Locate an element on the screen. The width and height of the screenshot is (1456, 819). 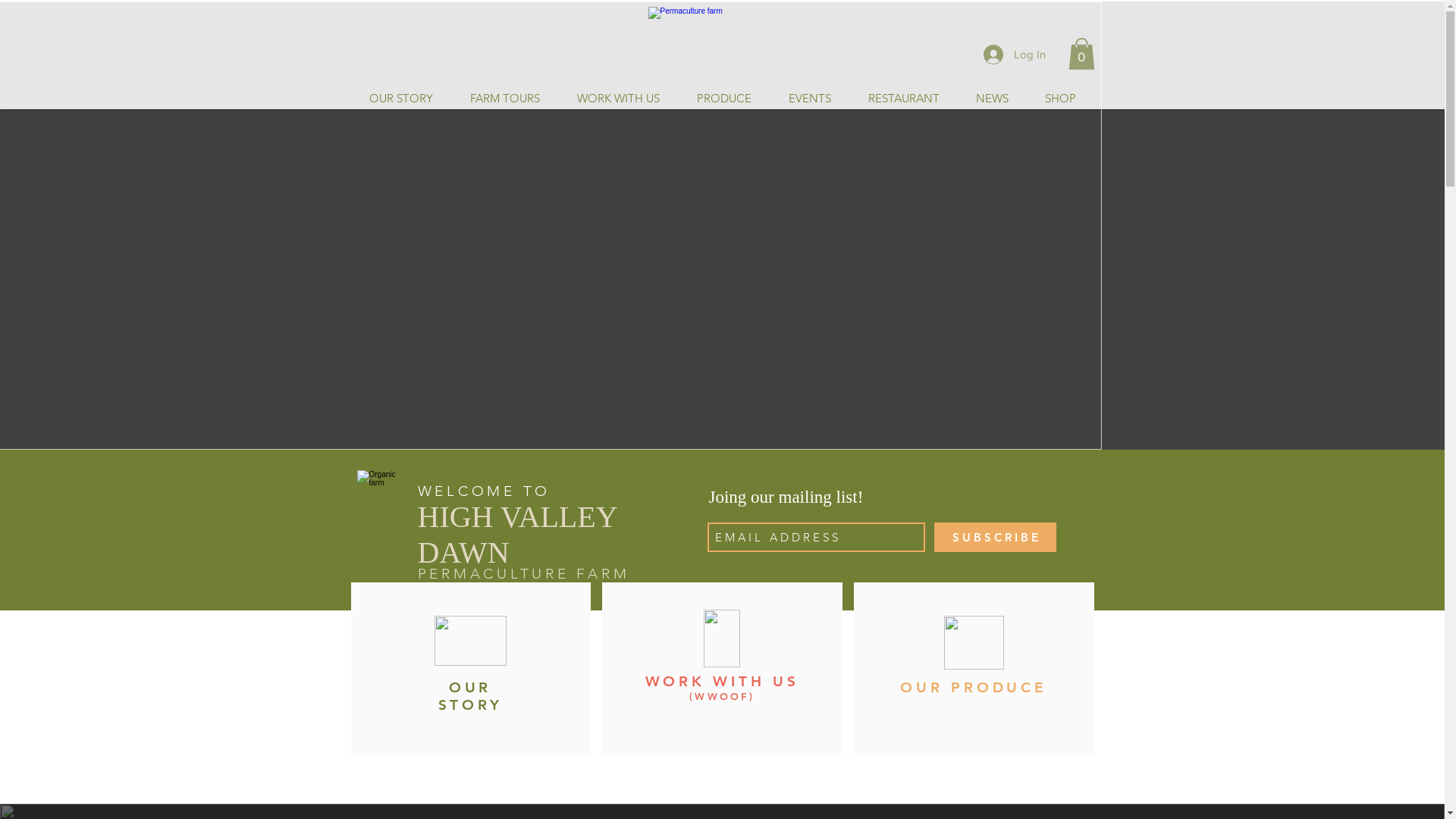
'SHOP' is located at coordinates (1059, 99).